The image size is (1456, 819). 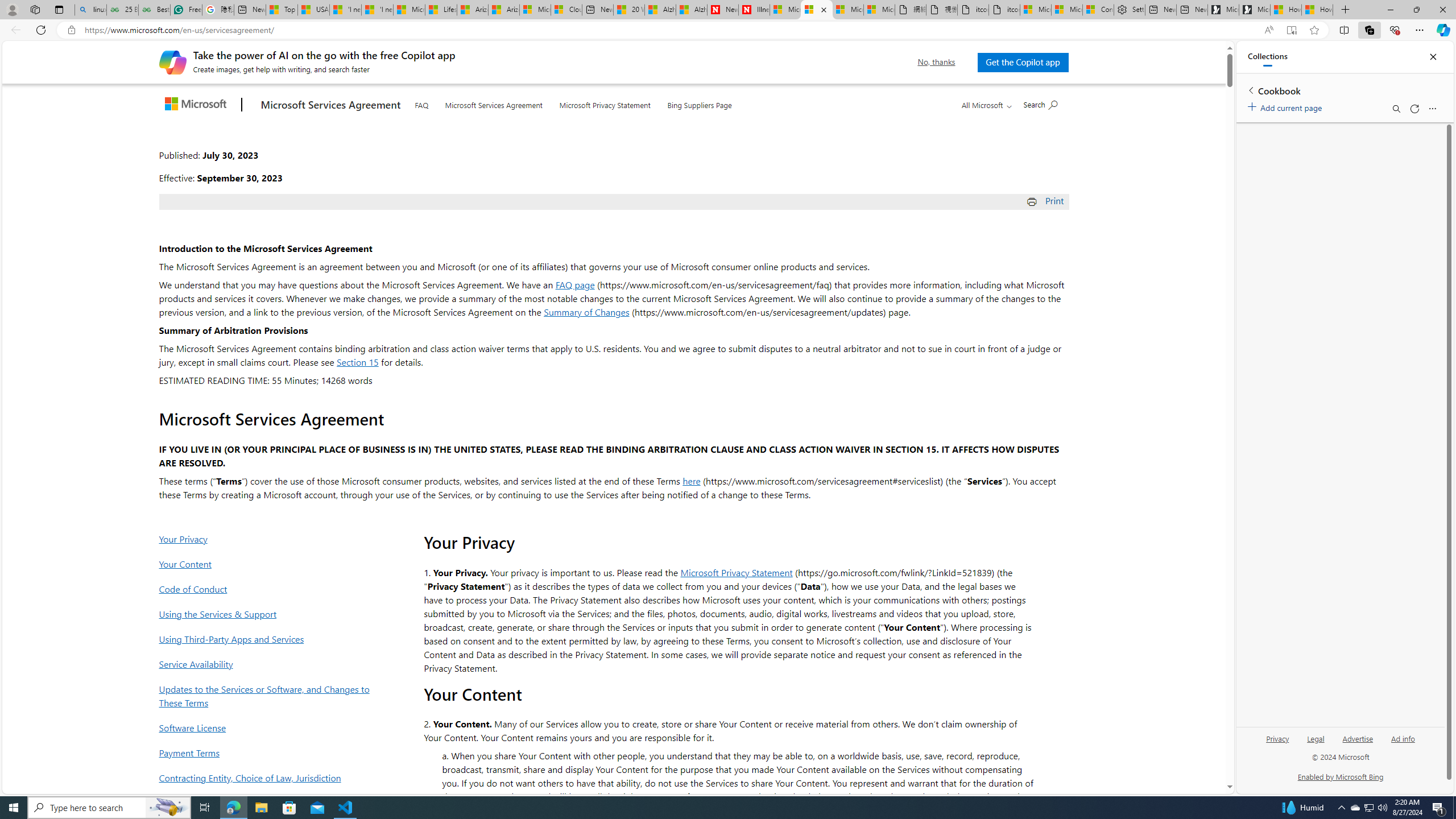 I want to click on 'Microsoft Privacy Statement', so click(x=605, y=102).